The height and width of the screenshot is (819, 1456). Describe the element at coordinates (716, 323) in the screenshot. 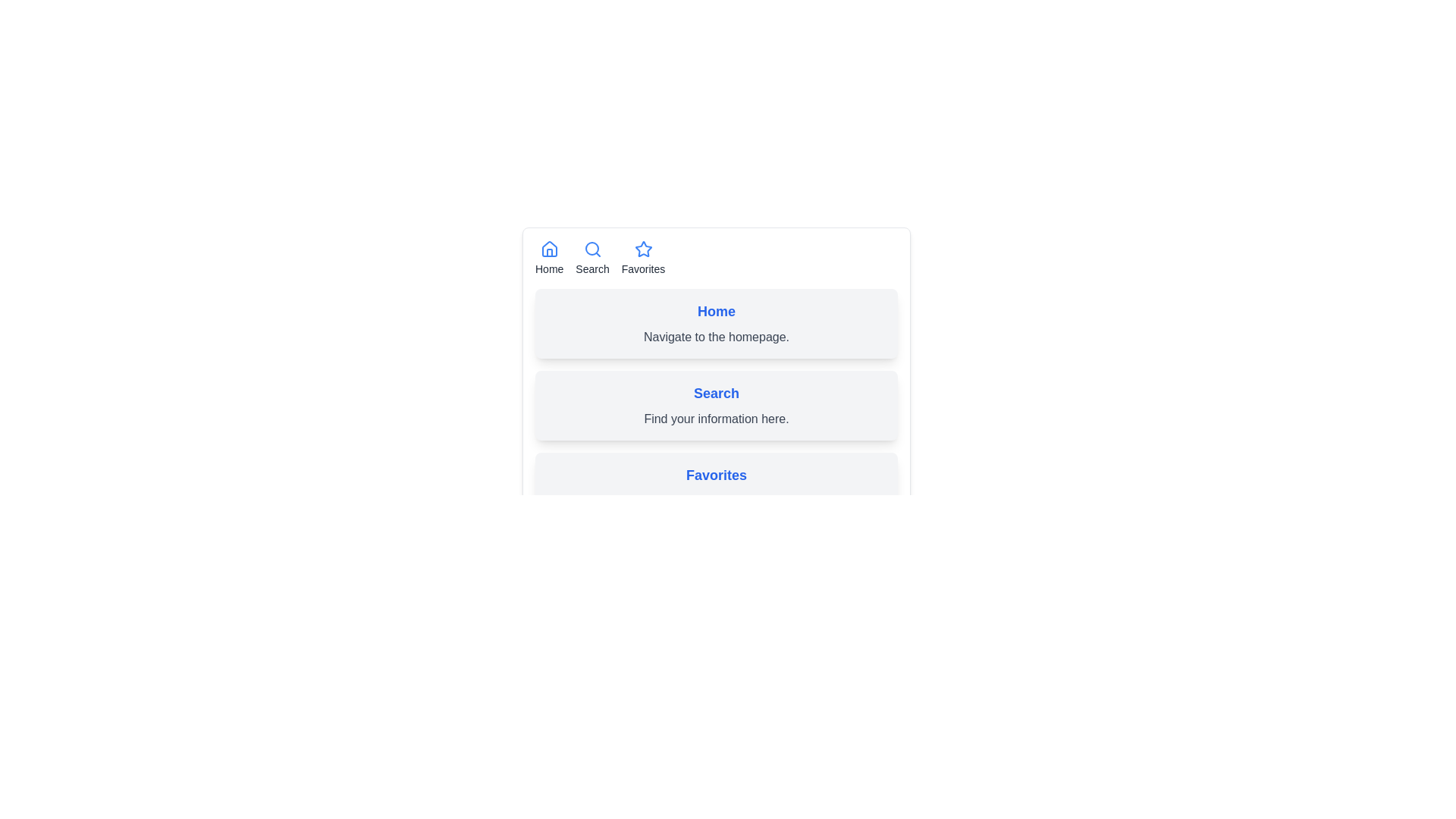

I see `text content from the card labeled 'Home', which is the first card in the vertical grid, featuring bold blue text and a smaller gray line underneath` at that location.